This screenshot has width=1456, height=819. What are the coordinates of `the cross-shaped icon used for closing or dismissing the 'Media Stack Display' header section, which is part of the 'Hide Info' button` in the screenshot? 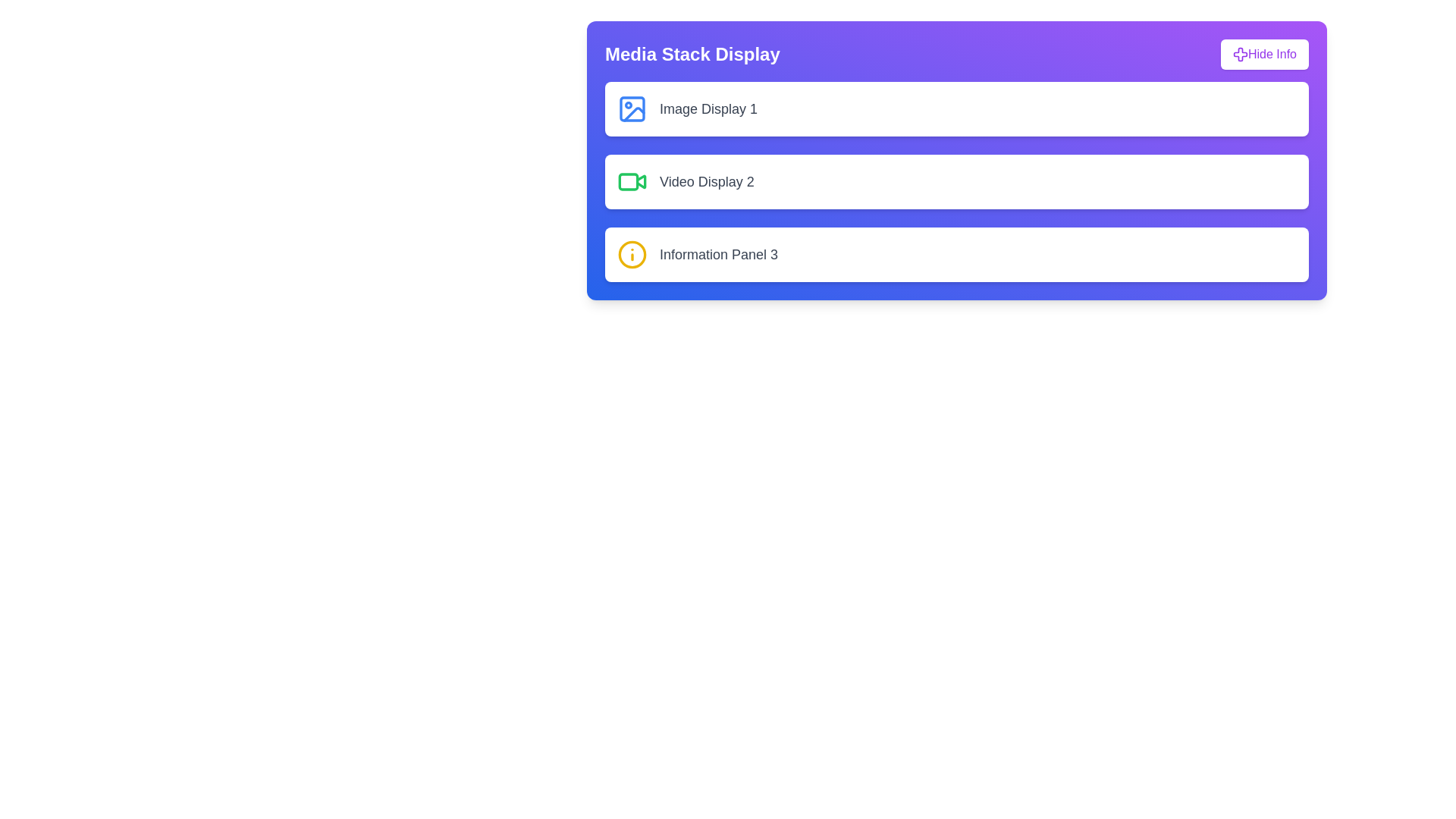 It's located at (1241, 54).